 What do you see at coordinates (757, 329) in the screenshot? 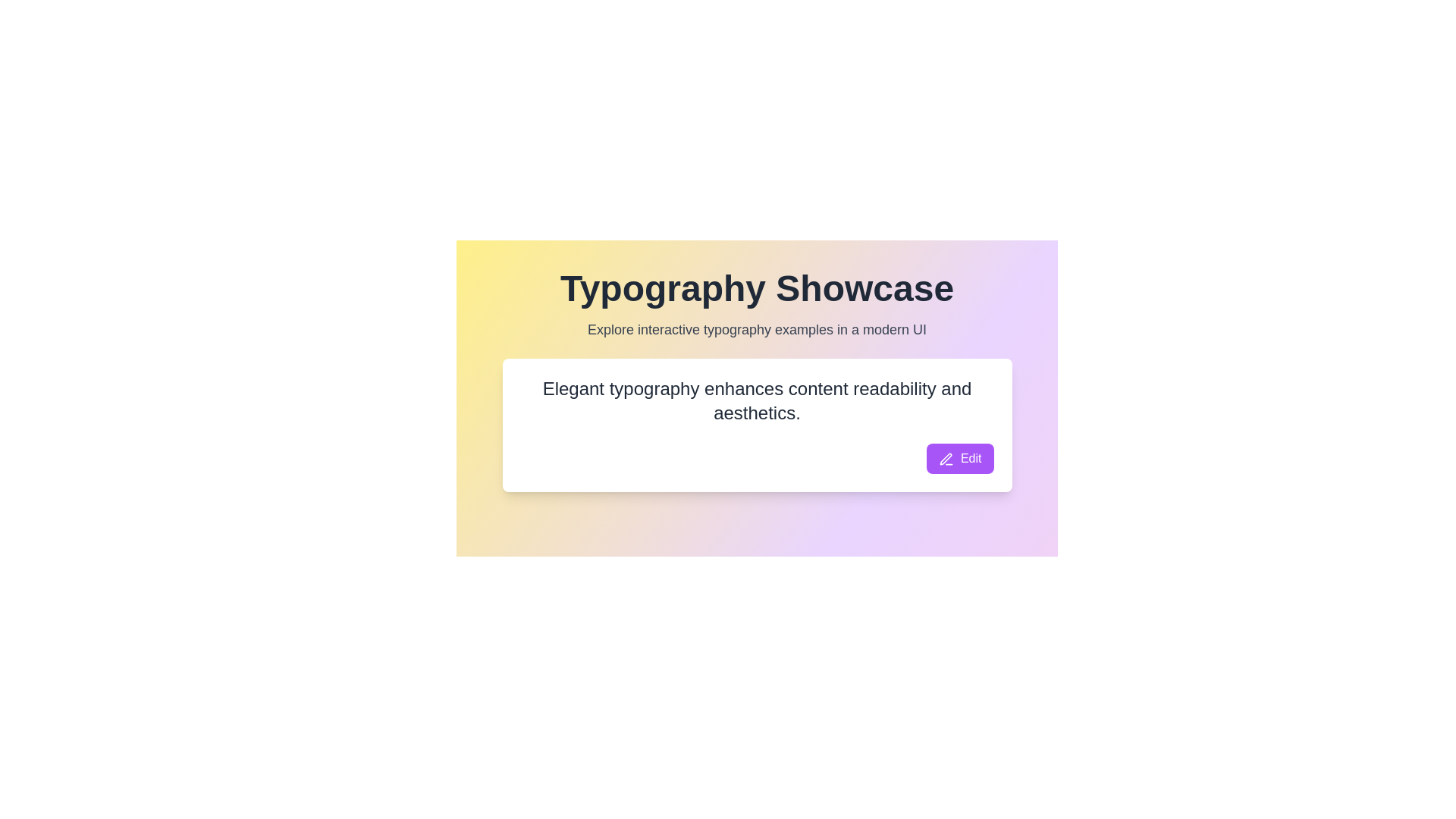
I see `the text display that shows 'Explore interactive typography examples in a modern UI', which is positioned beneath the title 'Typography Showcase' and is horizontally centered with a gray color on a gradient background` at bounding box center [757, 329].